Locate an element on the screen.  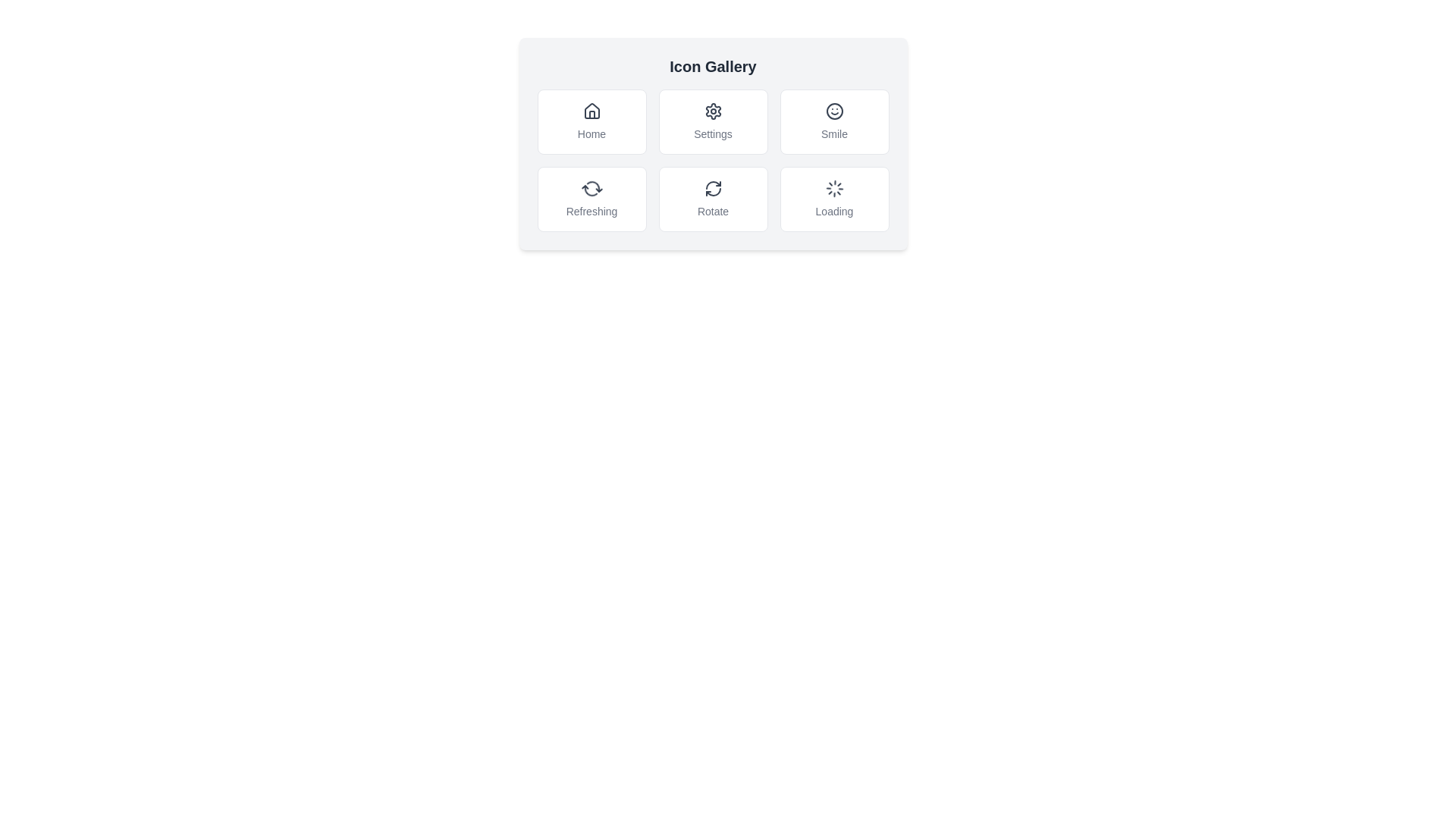
the loading card element located at the bottom-right corner of the grid, specifically the third element in the second row, which visually indicates a loading state is located at coordinates (833, 198).